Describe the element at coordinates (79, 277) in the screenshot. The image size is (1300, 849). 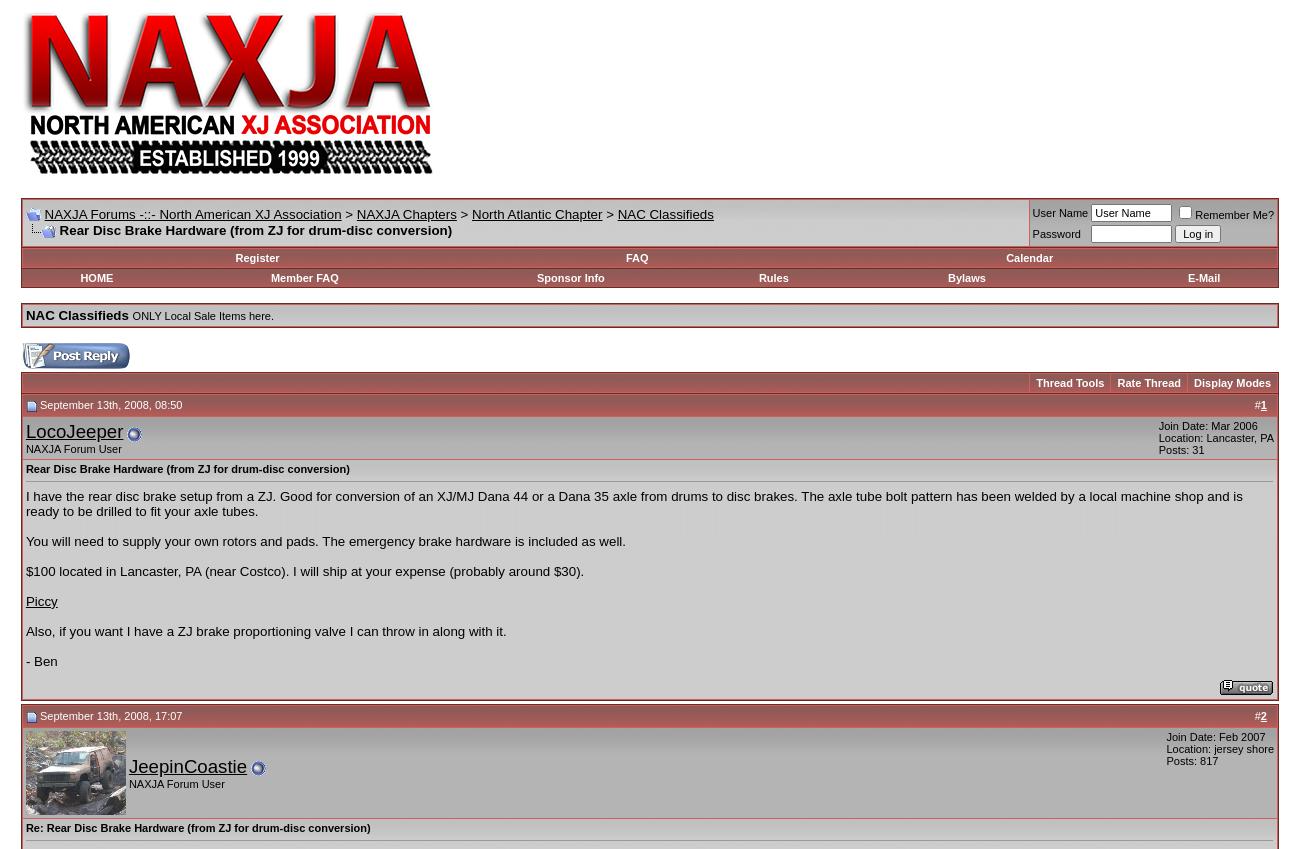
I see `'HOME'` at that location.